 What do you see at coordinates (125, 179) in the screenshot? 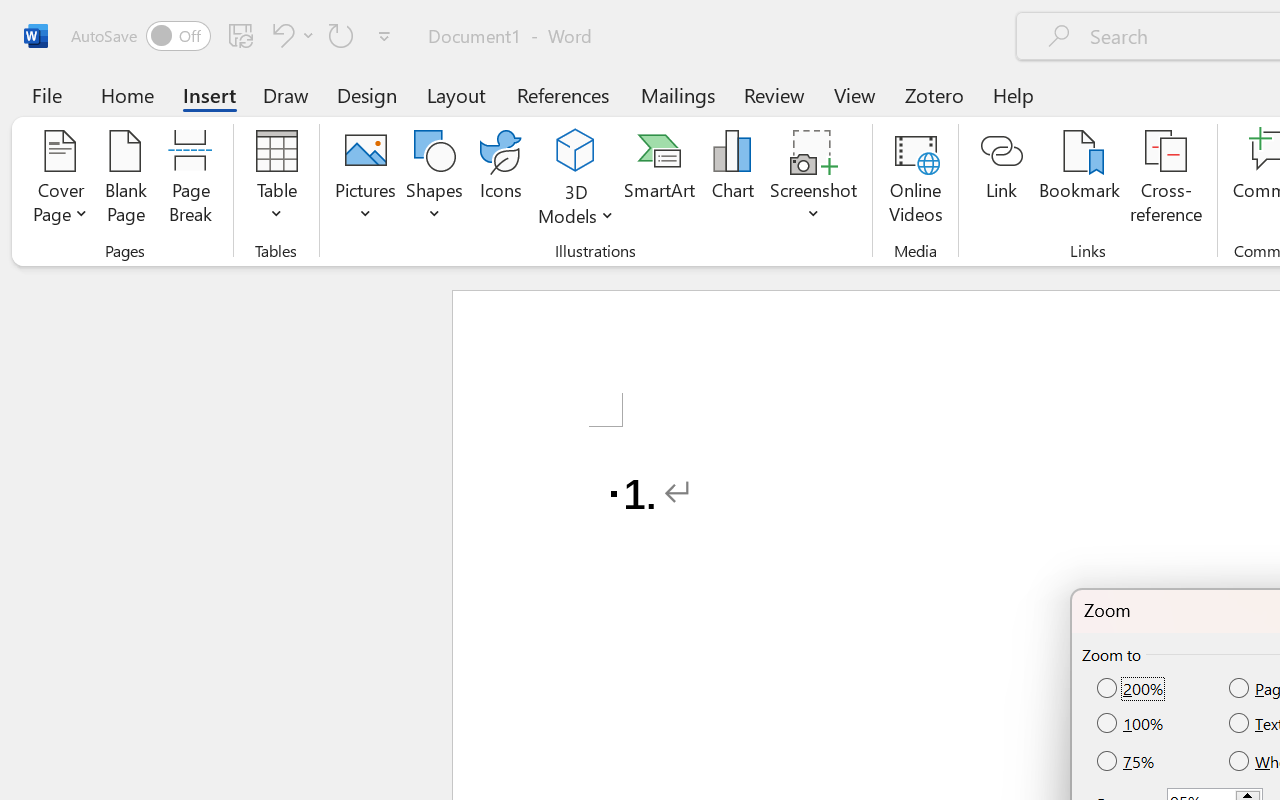
I see `'Blank Page'` at bounding box center [125, 179].